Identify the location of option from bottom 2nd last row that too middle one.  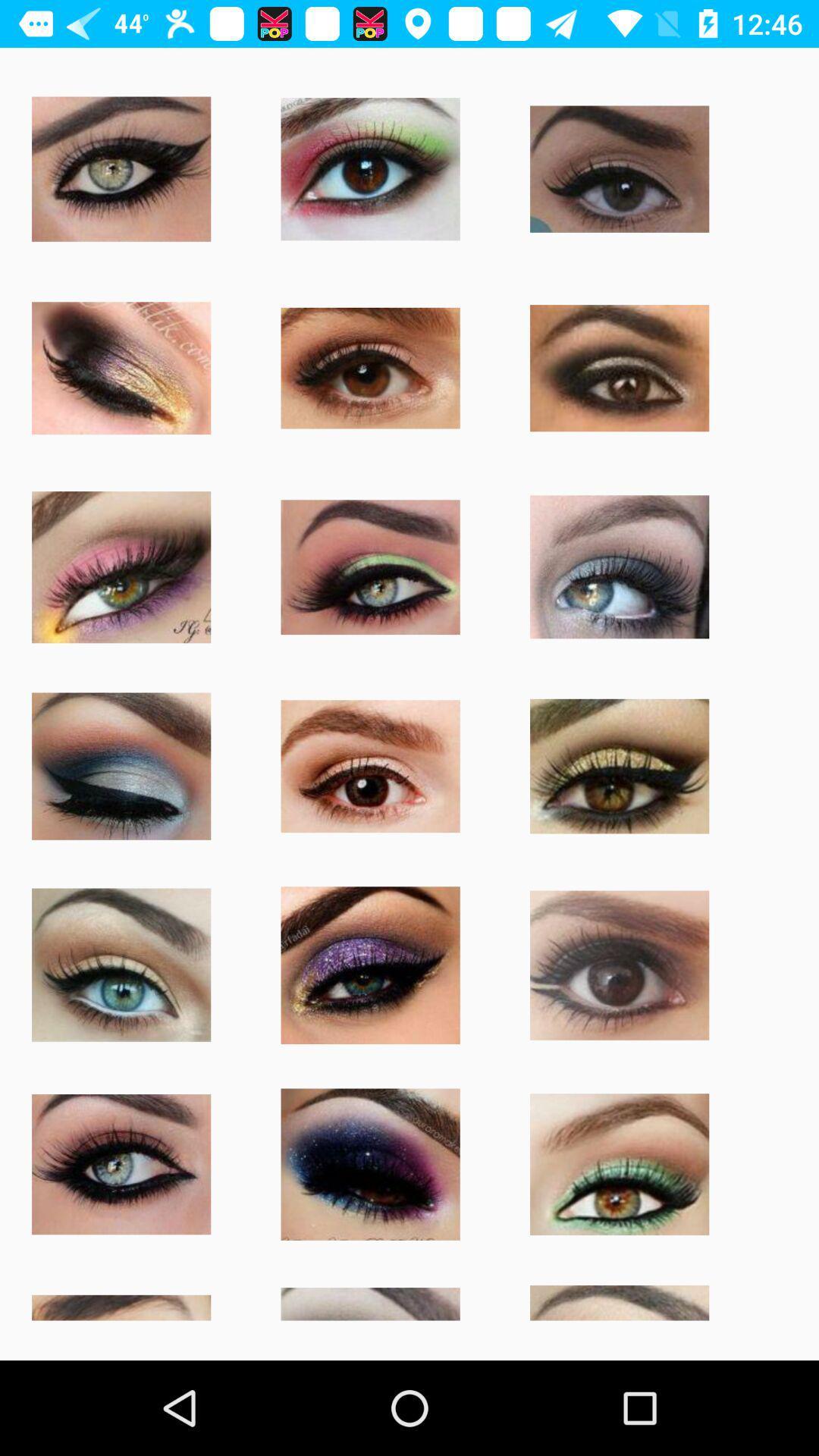
(371, 1164).